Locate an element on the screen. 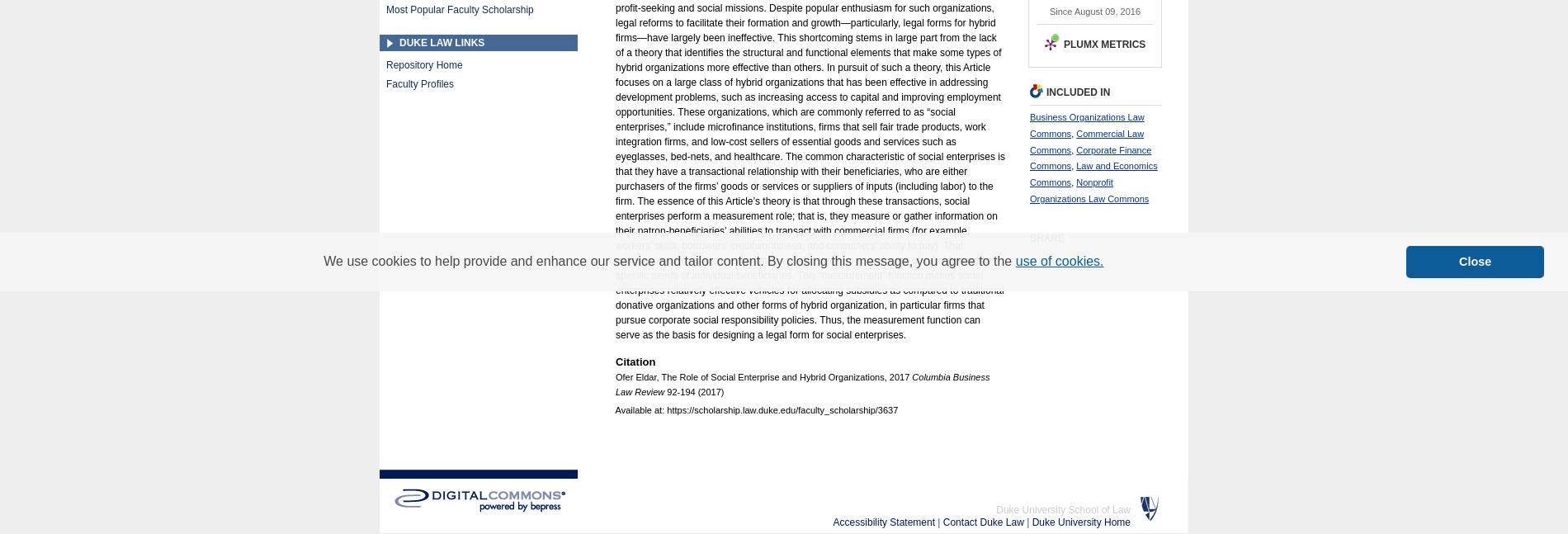  'Most Popular Faculty Scholarship' is located at coordinates (460, 7).